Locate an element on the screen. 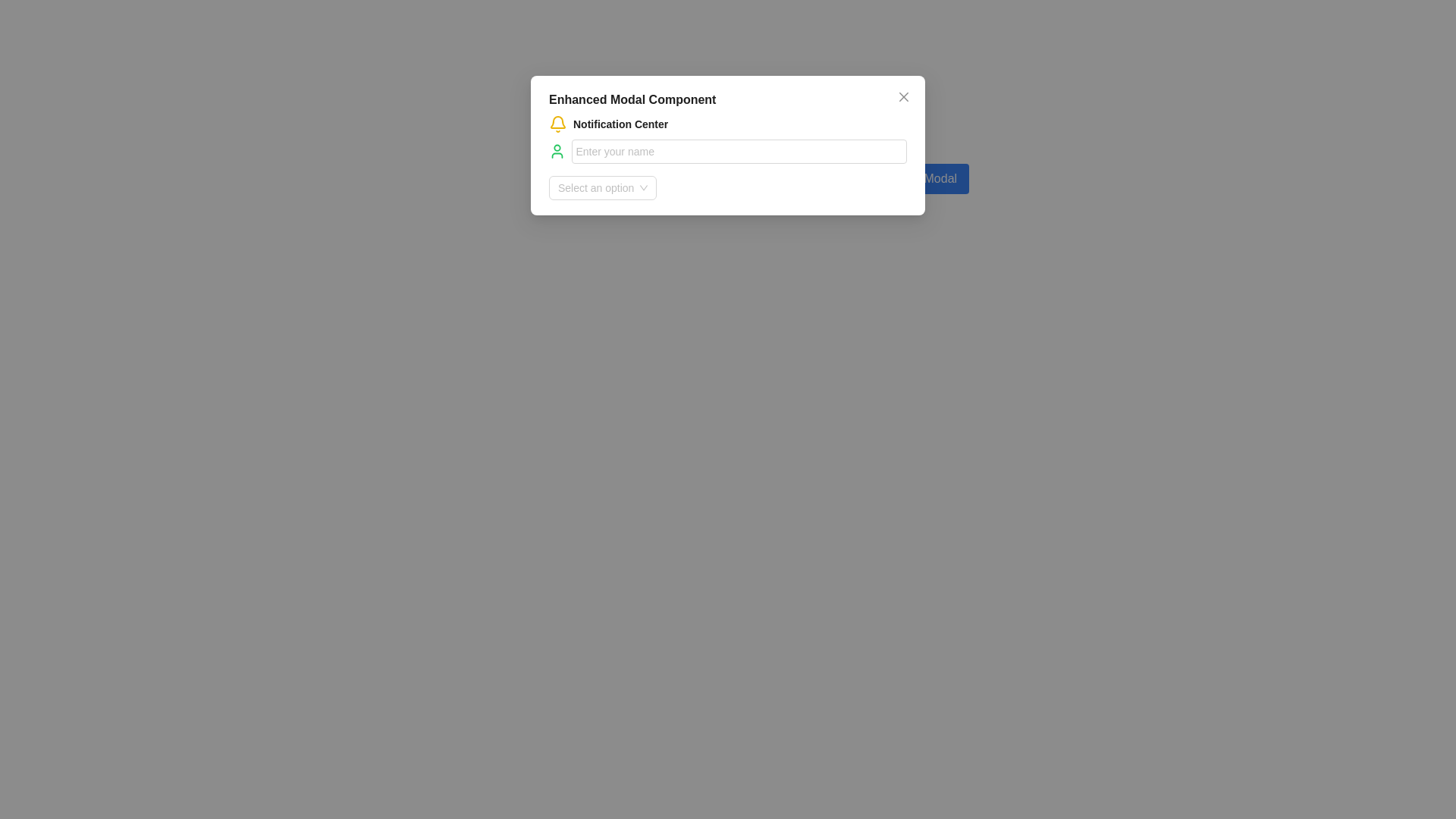  the button located near the right edge of the modal dialog box is located at coordinates (920, 177).